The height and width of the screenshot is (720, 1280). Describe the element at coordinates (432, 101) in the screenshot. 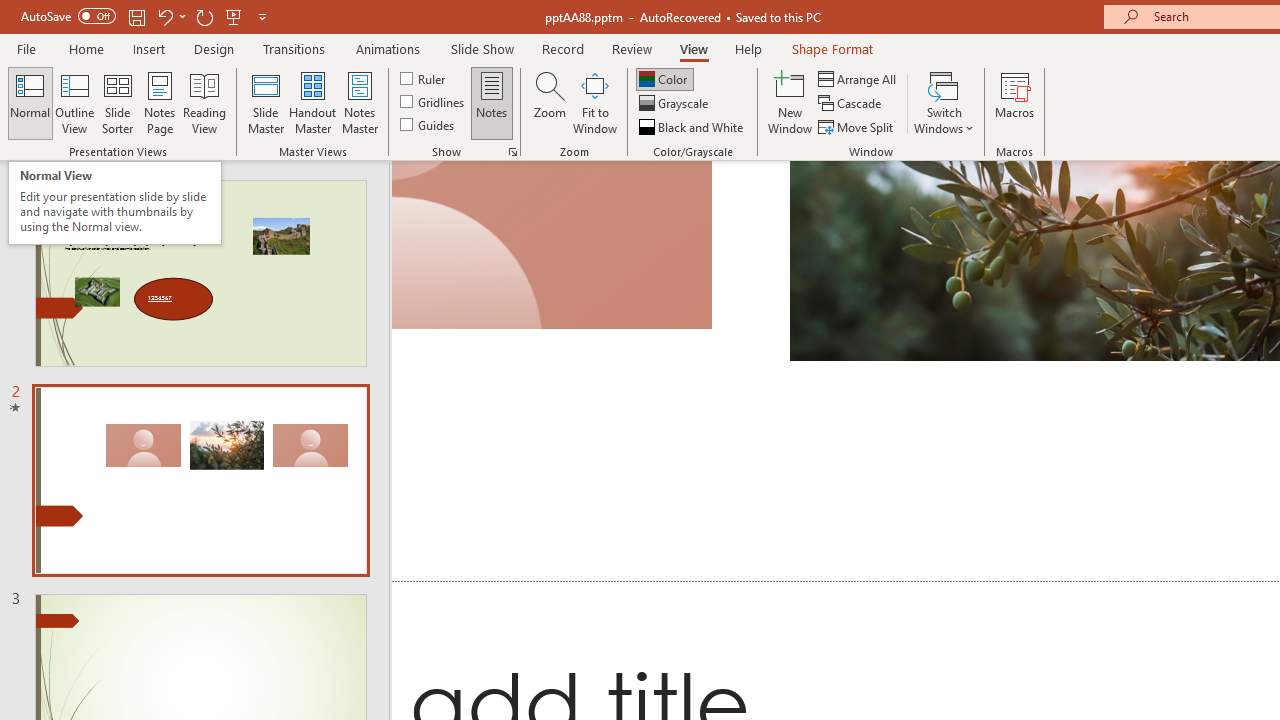

I see `'Gridlines'` at that location.